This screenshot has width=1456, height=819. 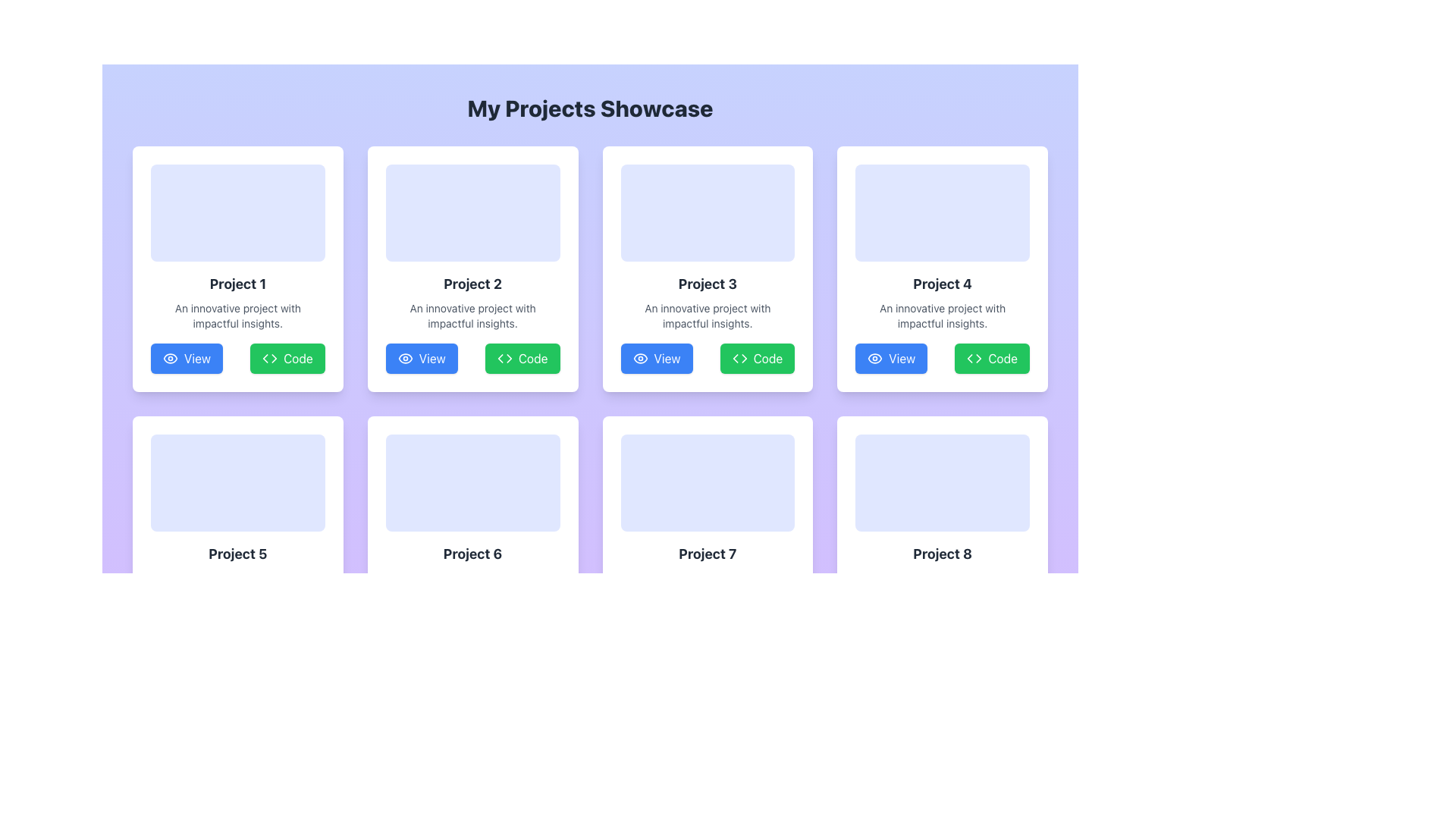 What do you see at coordinates (942, 284) in the screenshot?
I see `title text 'Project 4' which is displayed in bold font style and dark gray color, located in the fourth card of the 'My Projects Showcase' section` at bounding box center [942, 284].